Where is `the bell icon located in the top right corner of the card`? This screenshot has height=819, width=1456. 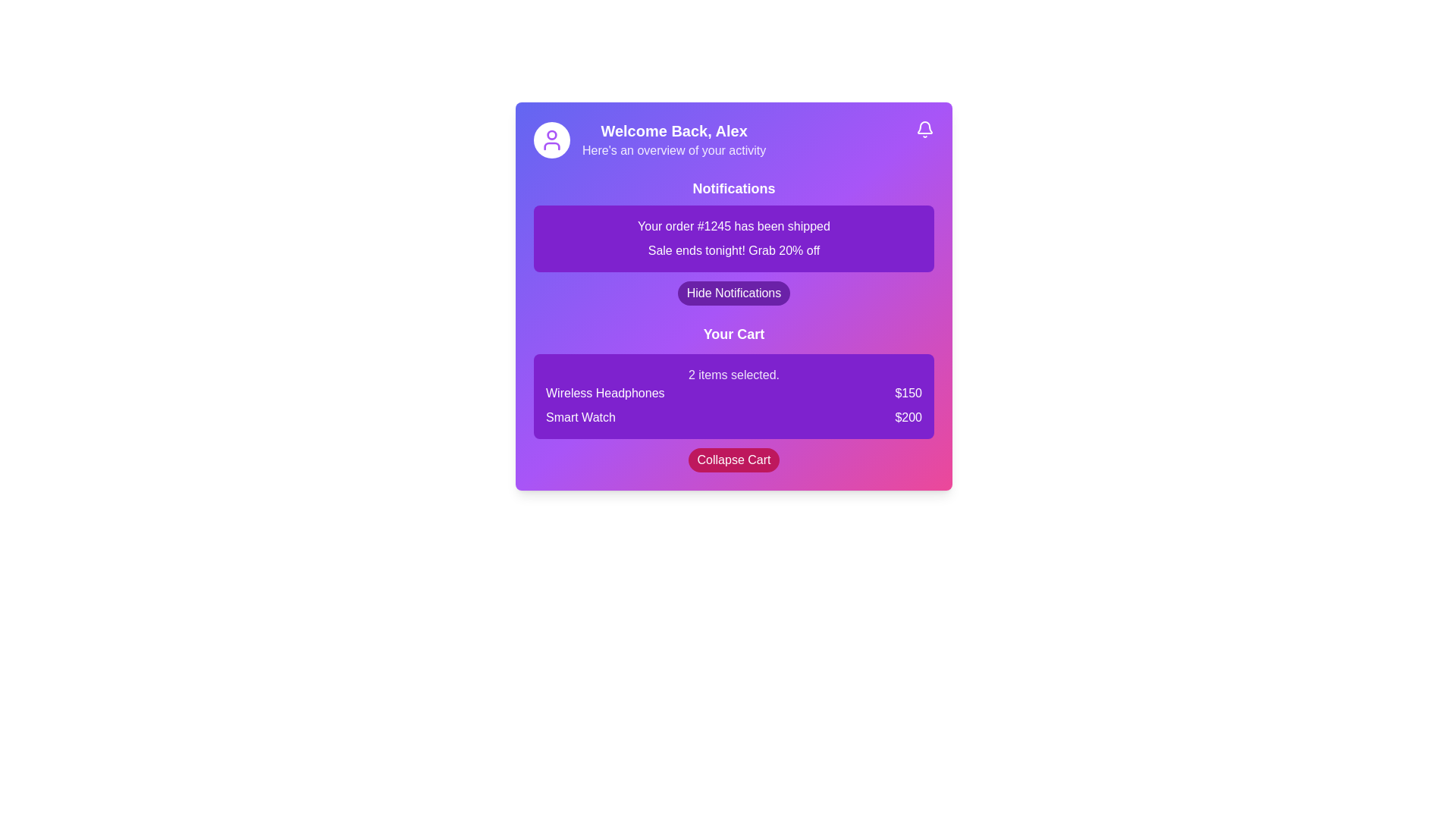
the bell icon located in the top right corner of the card is located at coordinates (924, 127).